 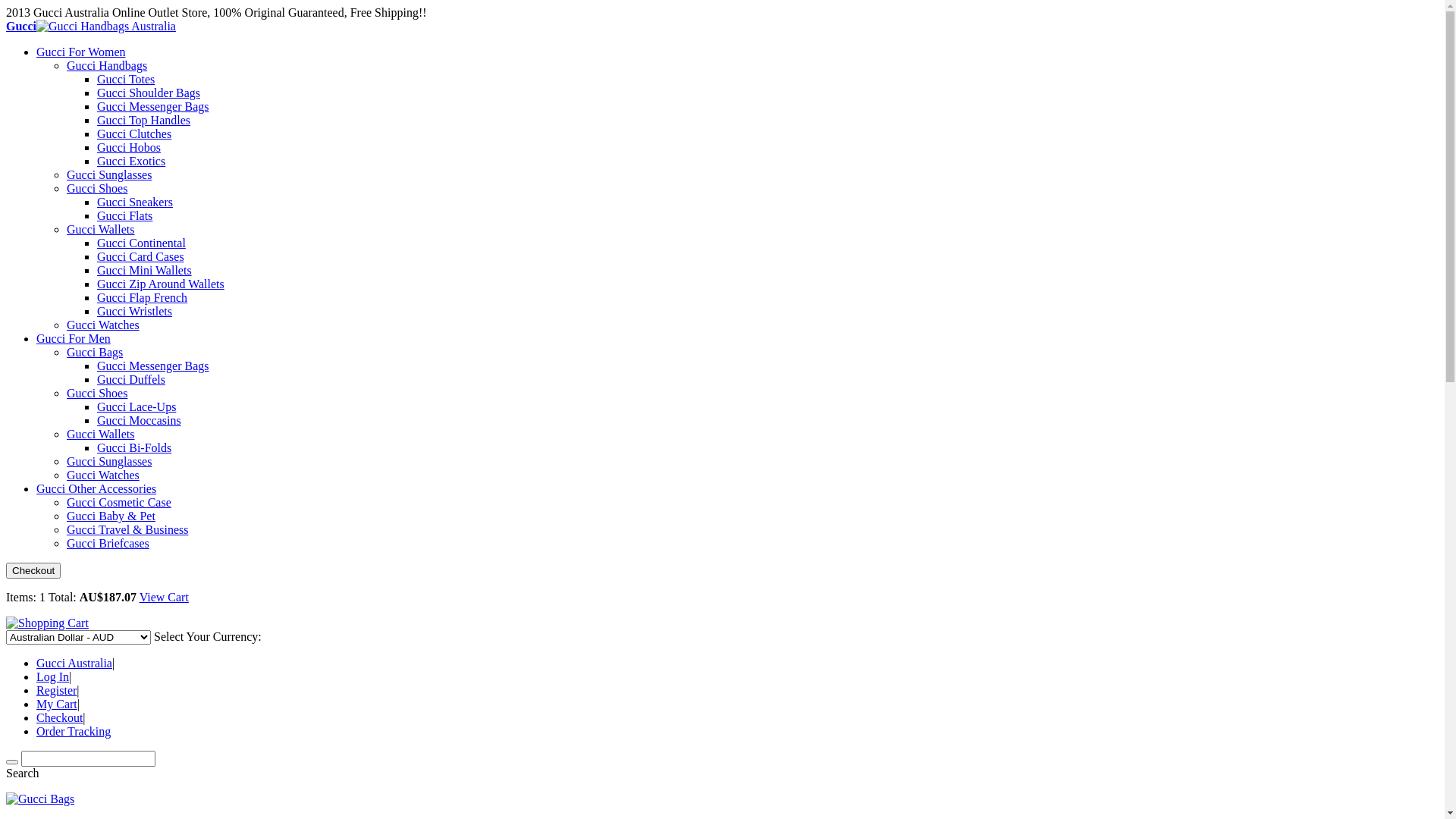 What do you see at coordinates (47, 623) in the screenshot?
I see `'Shopping Cart'` at bounding box center [47, 623].